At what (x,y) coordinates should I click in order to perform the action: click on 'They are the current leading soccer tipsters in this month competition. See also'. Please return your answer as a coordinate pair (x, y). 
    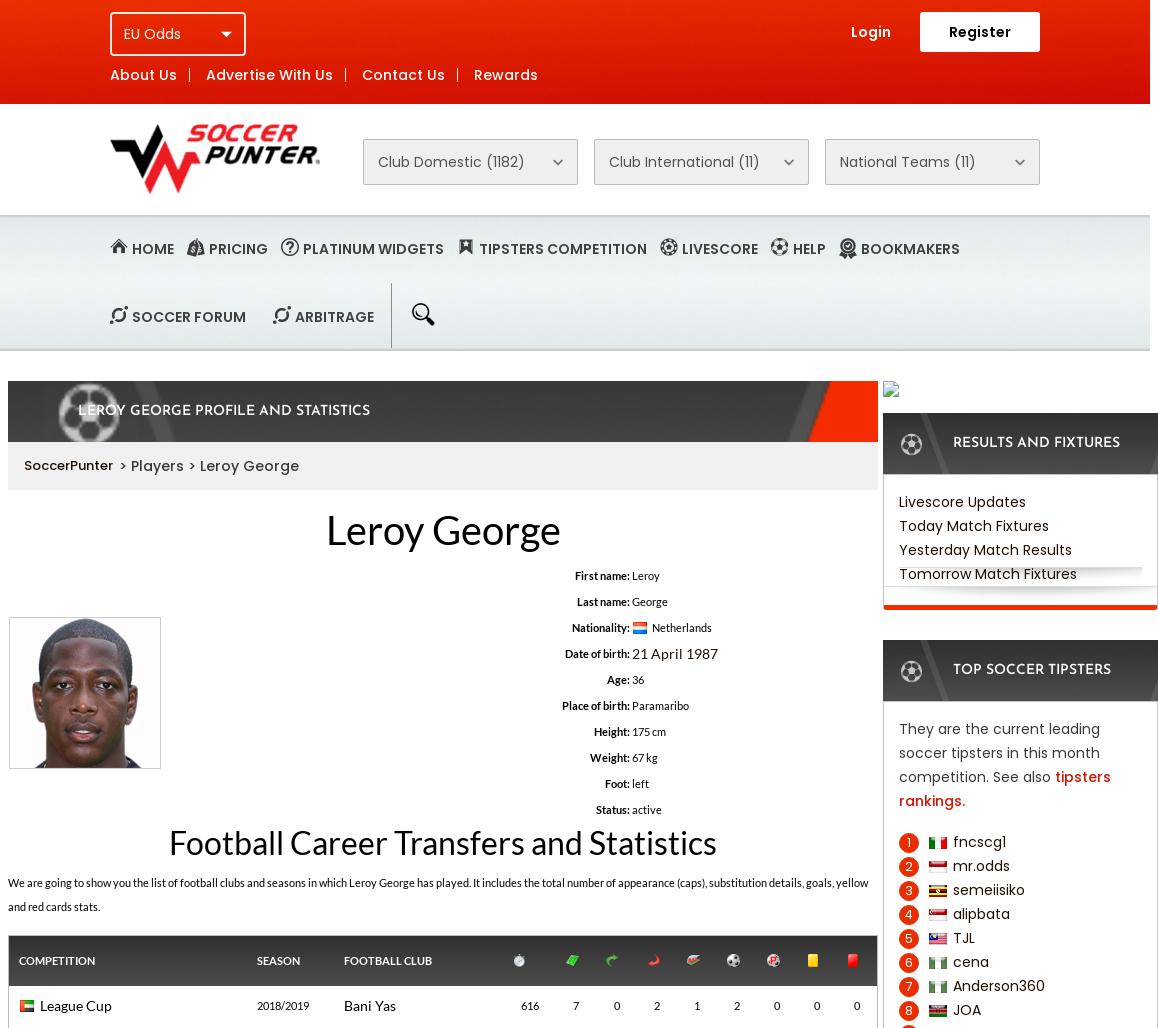
    Looking at the image, I should click on (998, 752).